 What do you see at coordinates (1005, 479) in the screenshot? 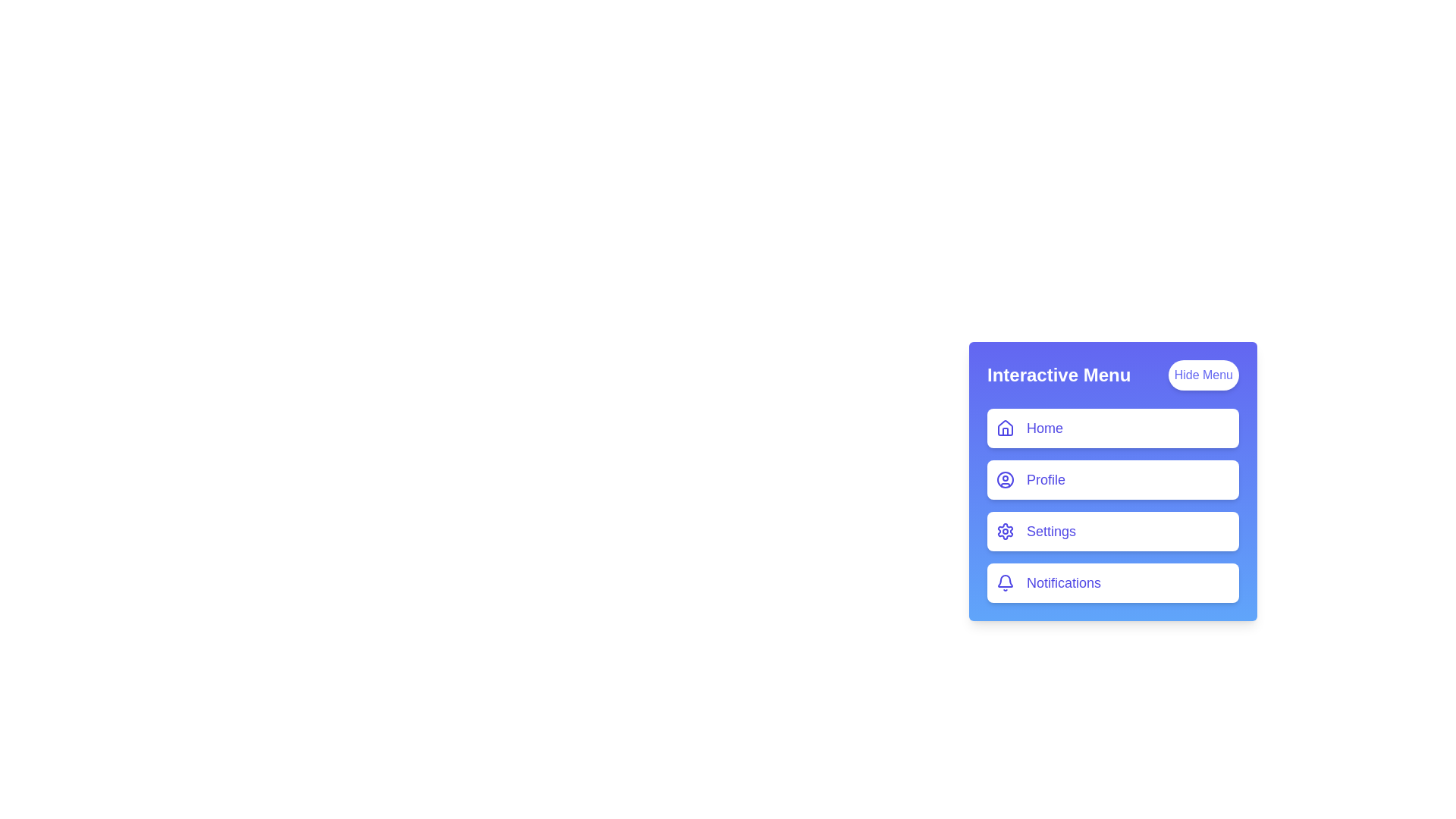
I see `the menu item icon corresponding to Profile` at bounding box center [1005, 479].